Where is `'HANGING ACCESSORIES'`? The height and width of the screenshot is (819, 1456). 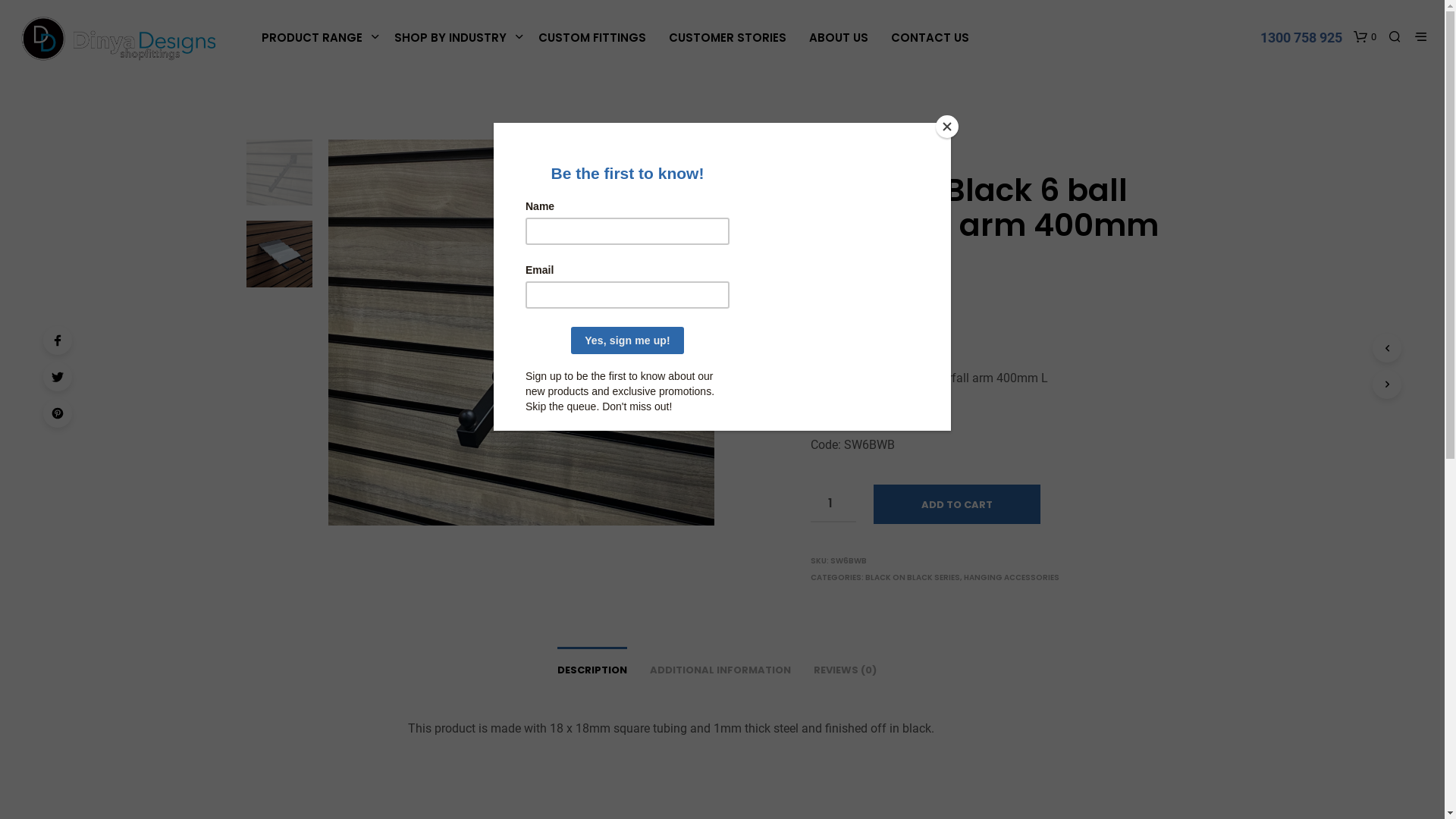
'HANGING ACCESSORIES' is located at coordinates (963, 577).